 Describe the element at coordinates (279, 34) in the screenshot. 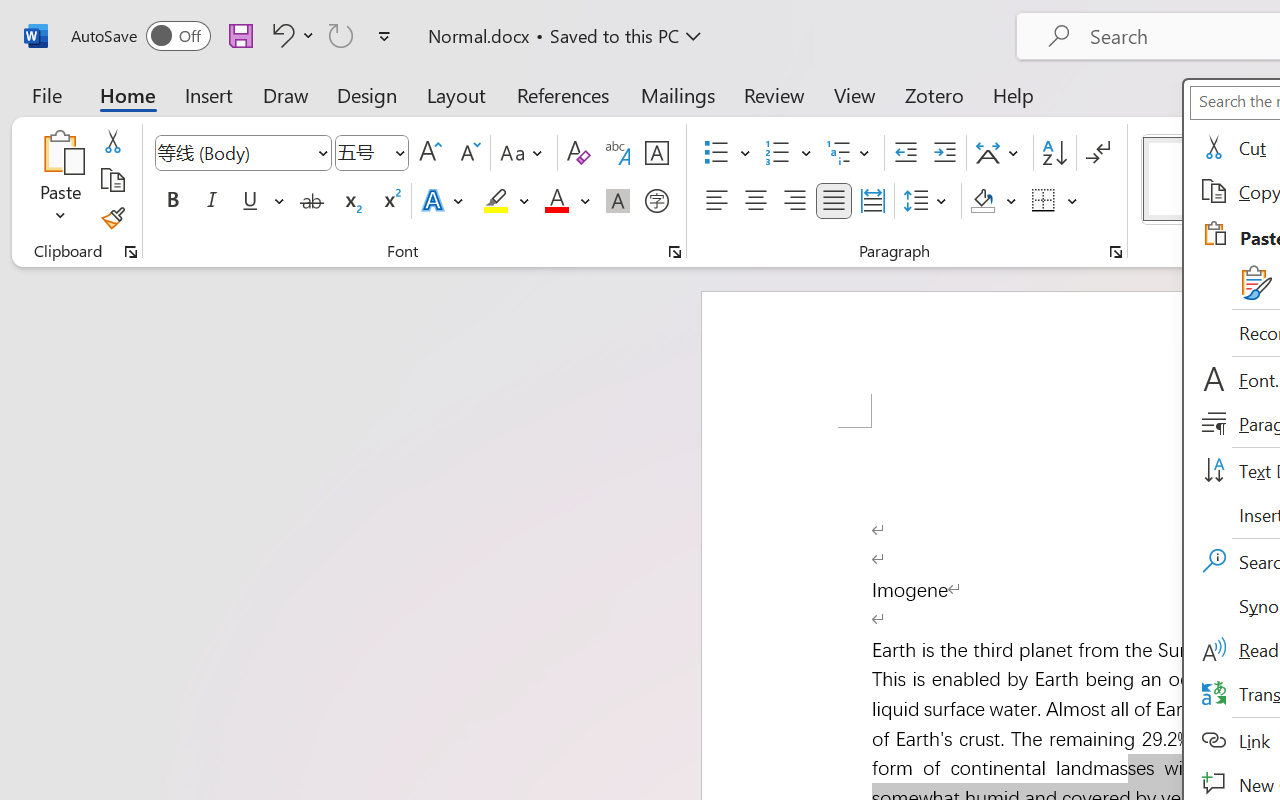

I see `'Undo Paste Text Only'` at that location.